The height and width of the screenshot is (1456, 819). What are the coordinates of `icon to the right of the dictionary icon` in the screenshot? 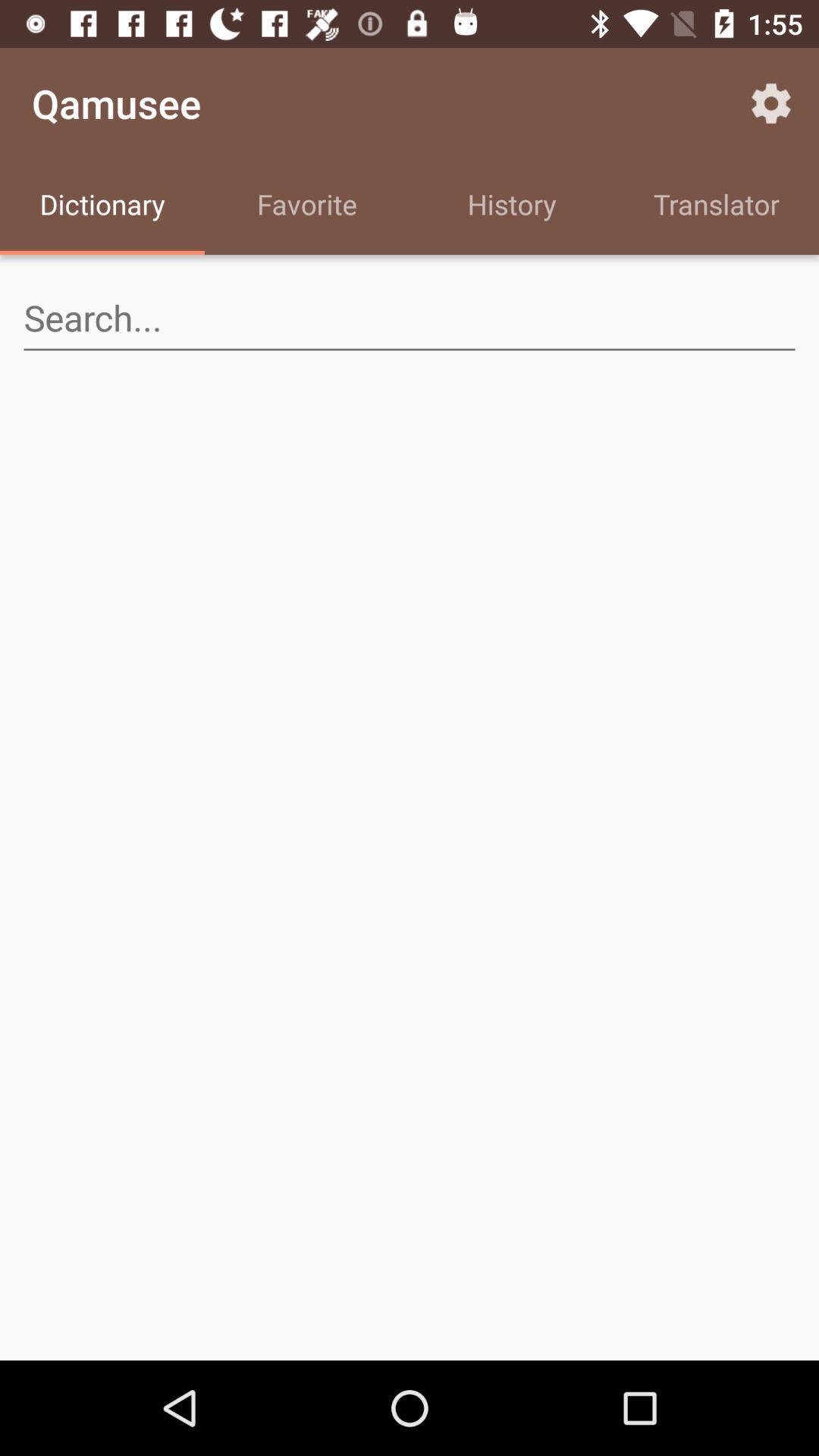 It's located at (307, 206).